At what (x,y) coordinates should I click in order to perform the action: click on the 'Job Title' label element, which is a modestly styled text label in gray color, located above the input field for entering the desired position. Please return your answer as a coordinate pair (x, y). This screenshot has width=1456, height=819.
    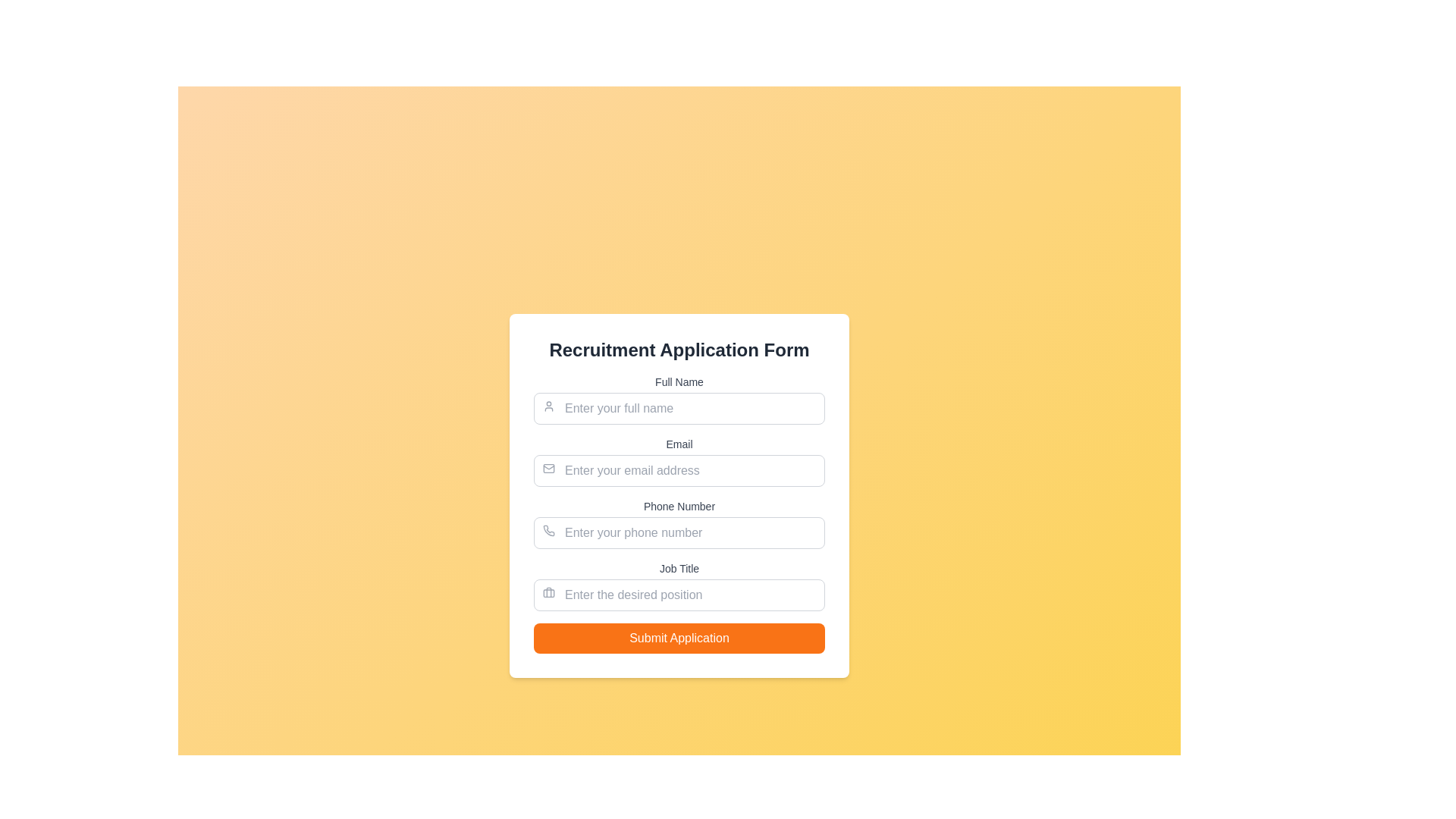
    Looking at the image, I should click on (679, 568).